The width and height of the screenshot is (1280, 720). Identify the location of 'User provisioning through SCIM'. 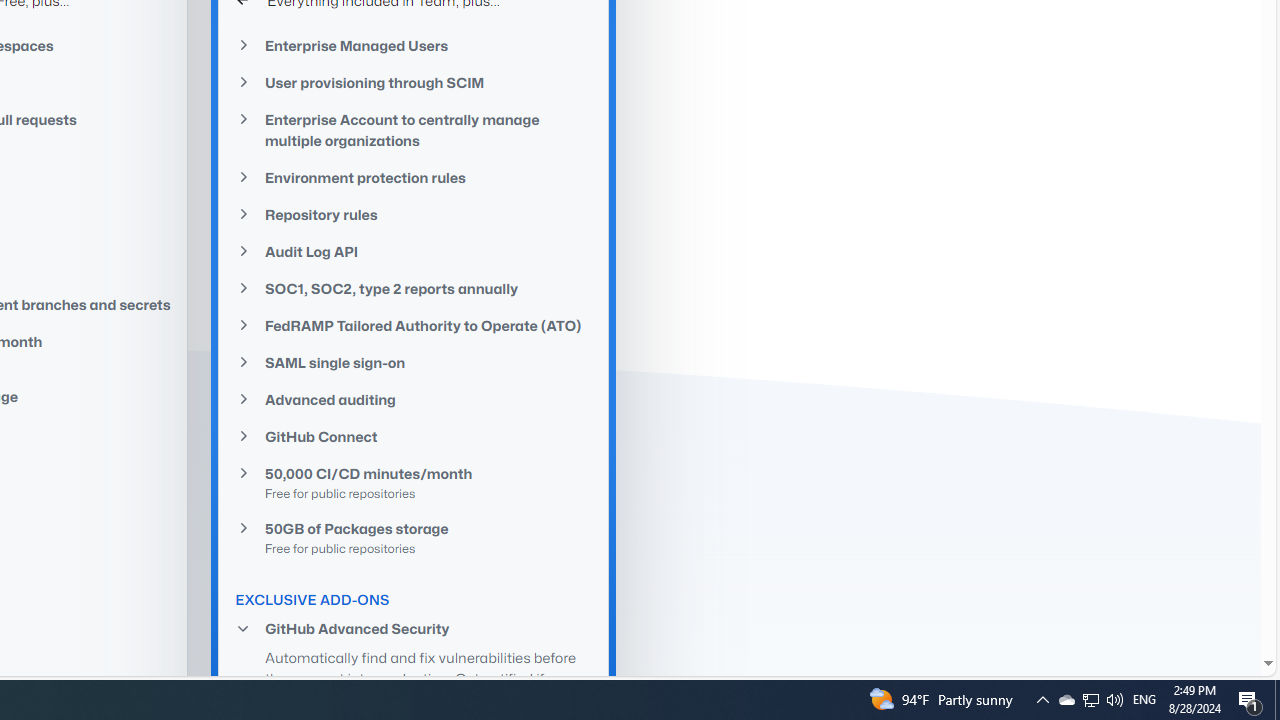
(413, 81).